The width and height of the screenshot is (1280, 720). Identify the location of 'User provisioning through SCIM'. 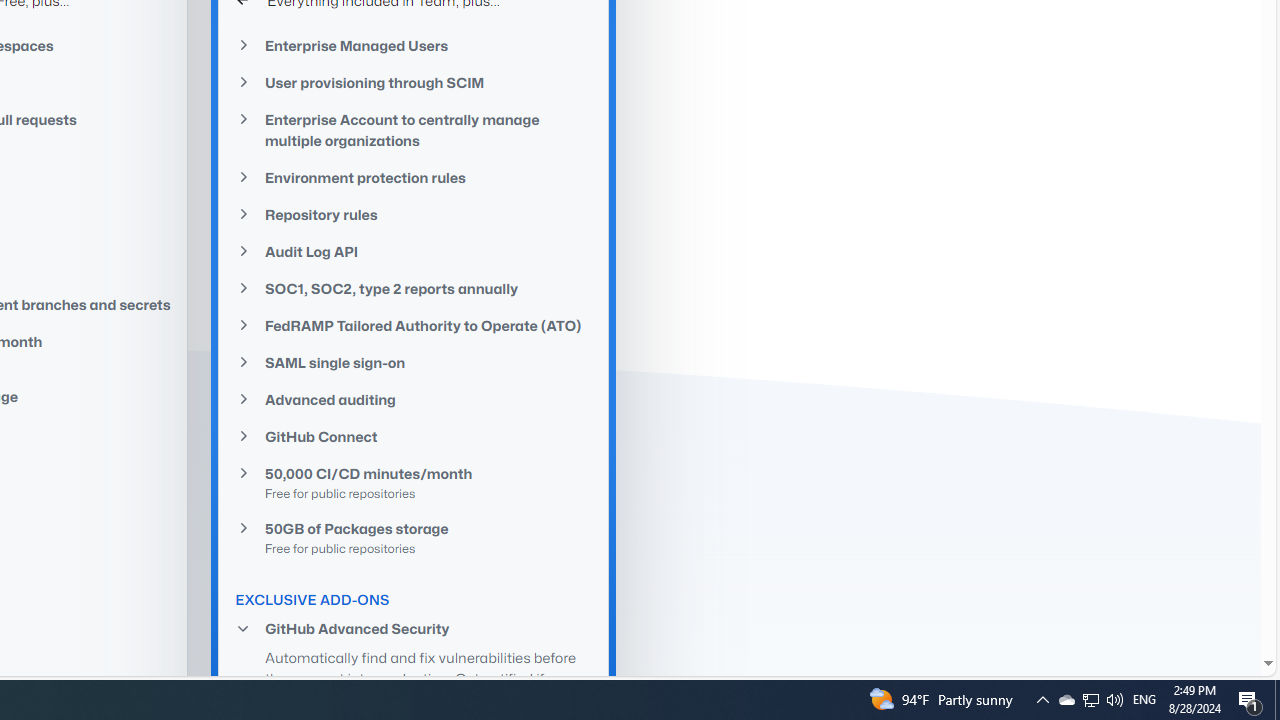
(413, 81).